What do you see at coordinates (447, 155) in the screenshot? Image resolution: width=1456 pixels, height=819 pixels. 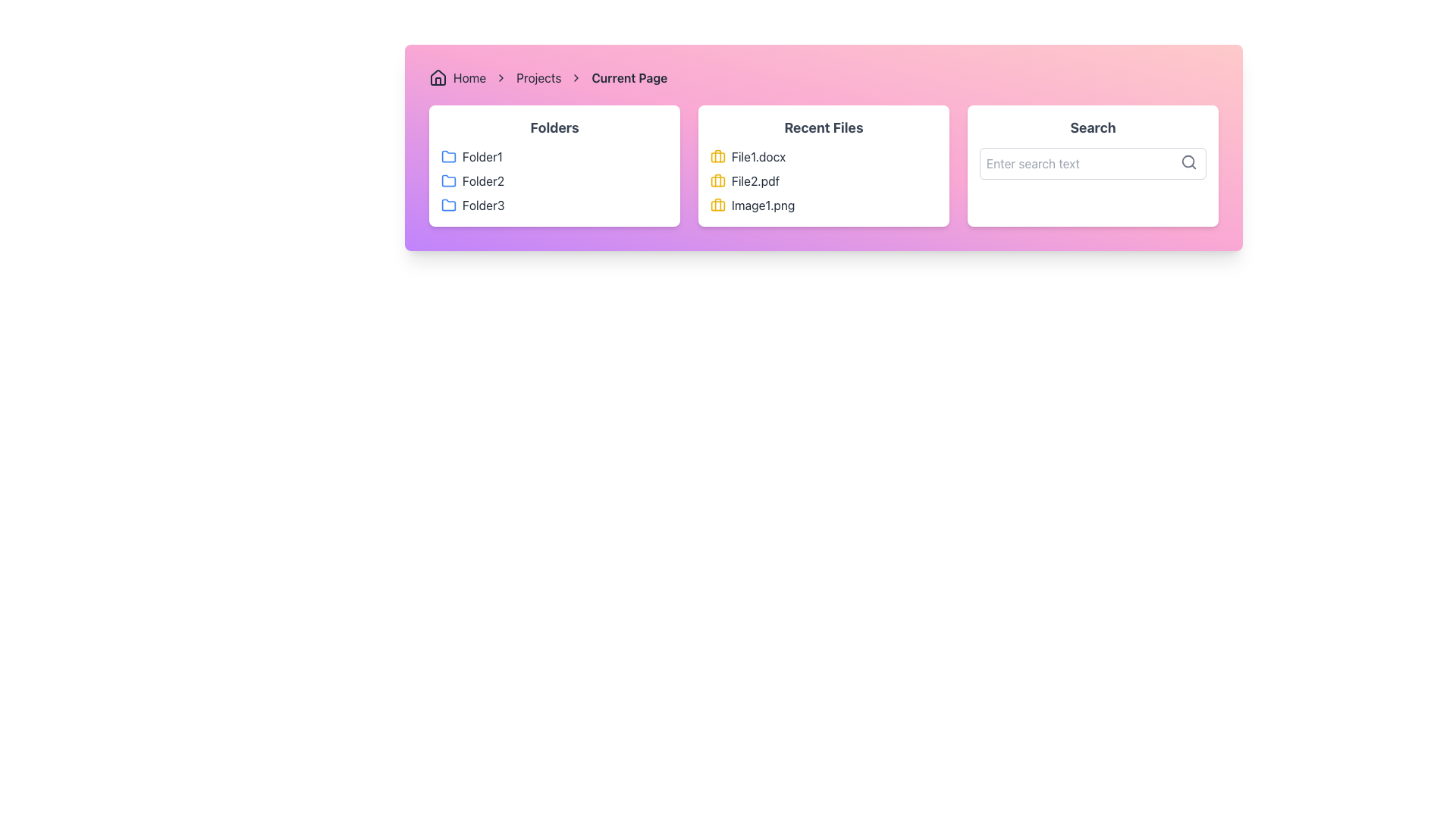 I see `the folder icon with a blue outline next to the text label 'Folder1'` at bounding box center [447, 155].